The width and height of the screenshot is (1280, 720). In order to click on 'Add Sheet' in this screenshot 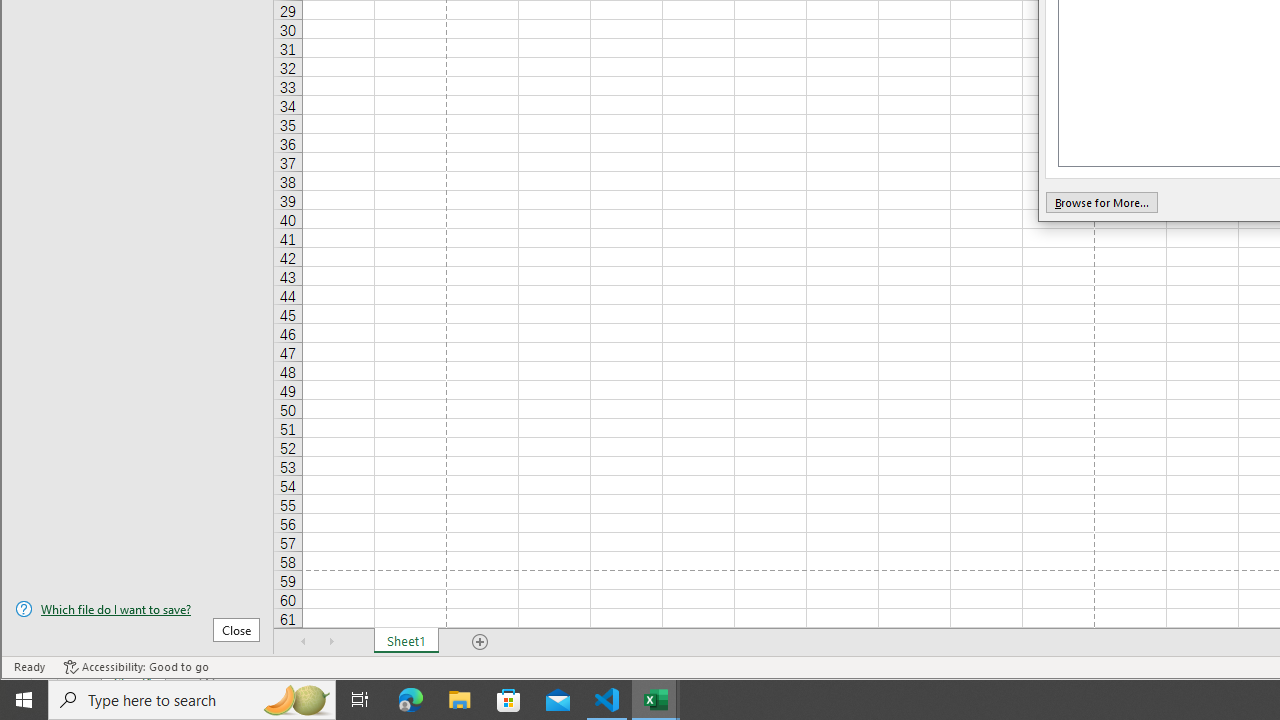, I will do `click(481, 641)`.